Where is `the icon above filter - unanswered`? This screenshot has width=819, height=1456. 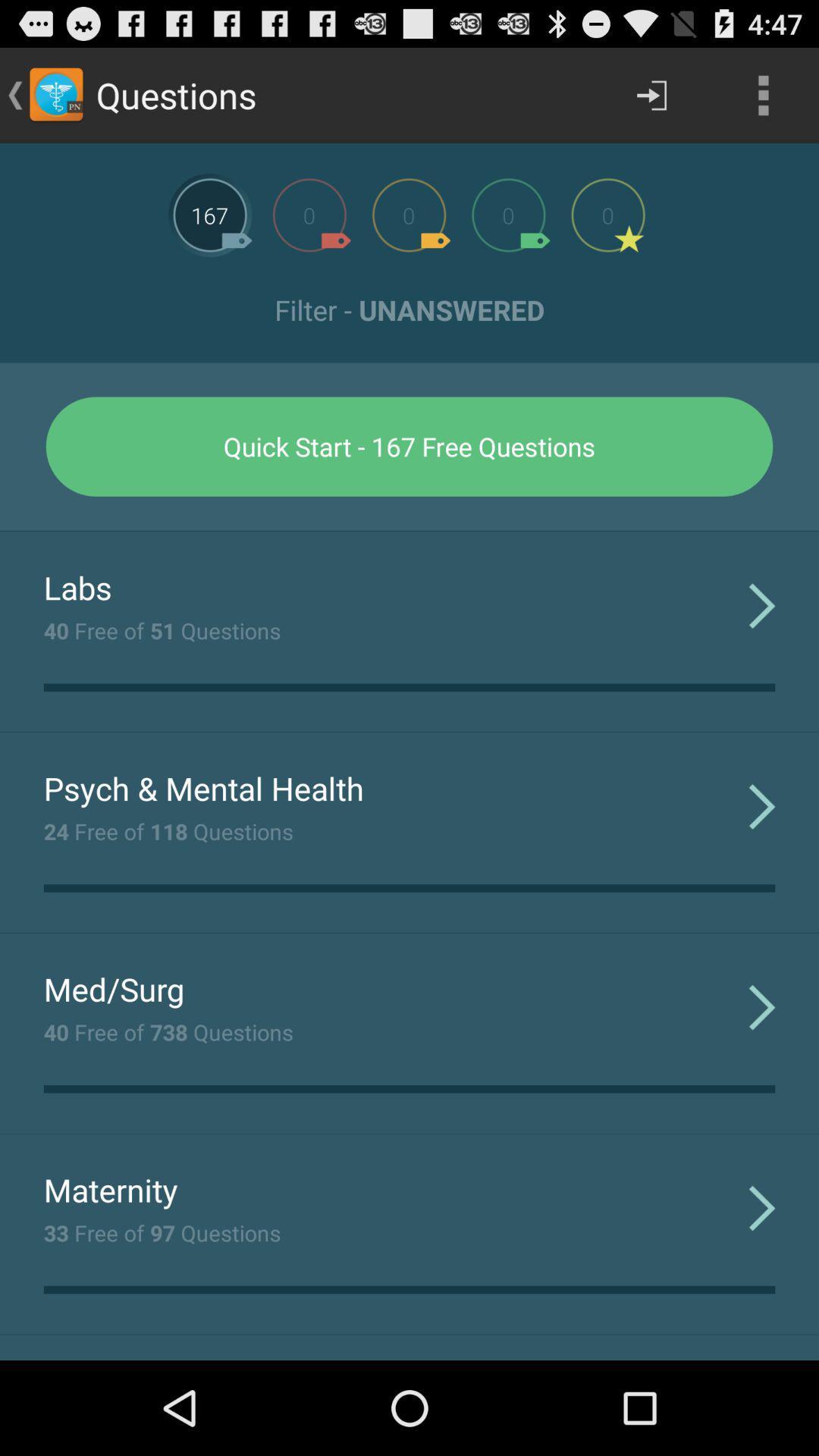 the icon above filter - unanswered is located at coordinates (763, 94).